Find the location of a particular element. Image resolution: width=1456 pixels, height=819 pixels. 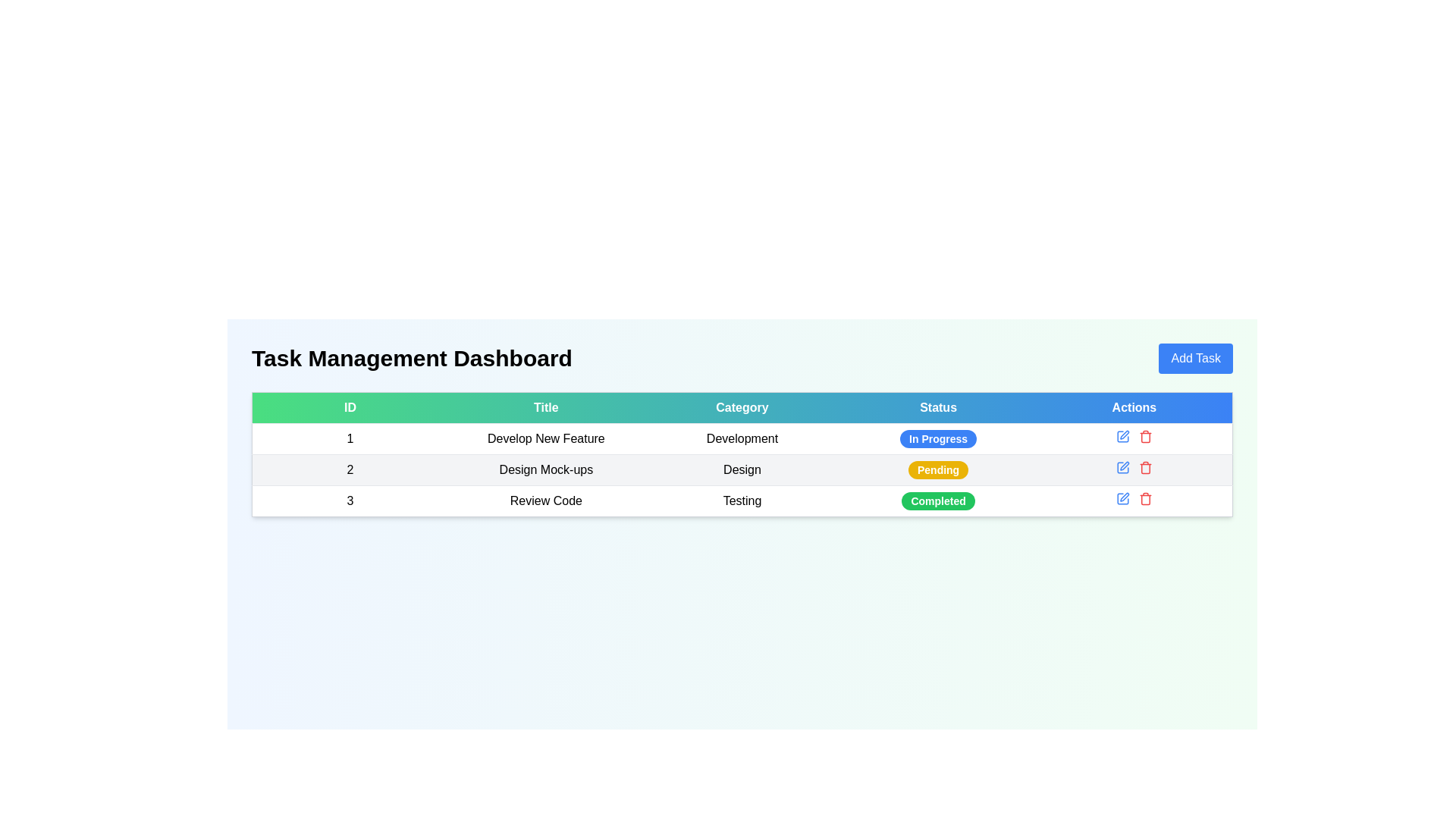

the rounded rectangular label with a green background displaying the word 'Completed' in white text, located in the 'Status' column of the third row in a task management table is located at coordinates (937, 500).